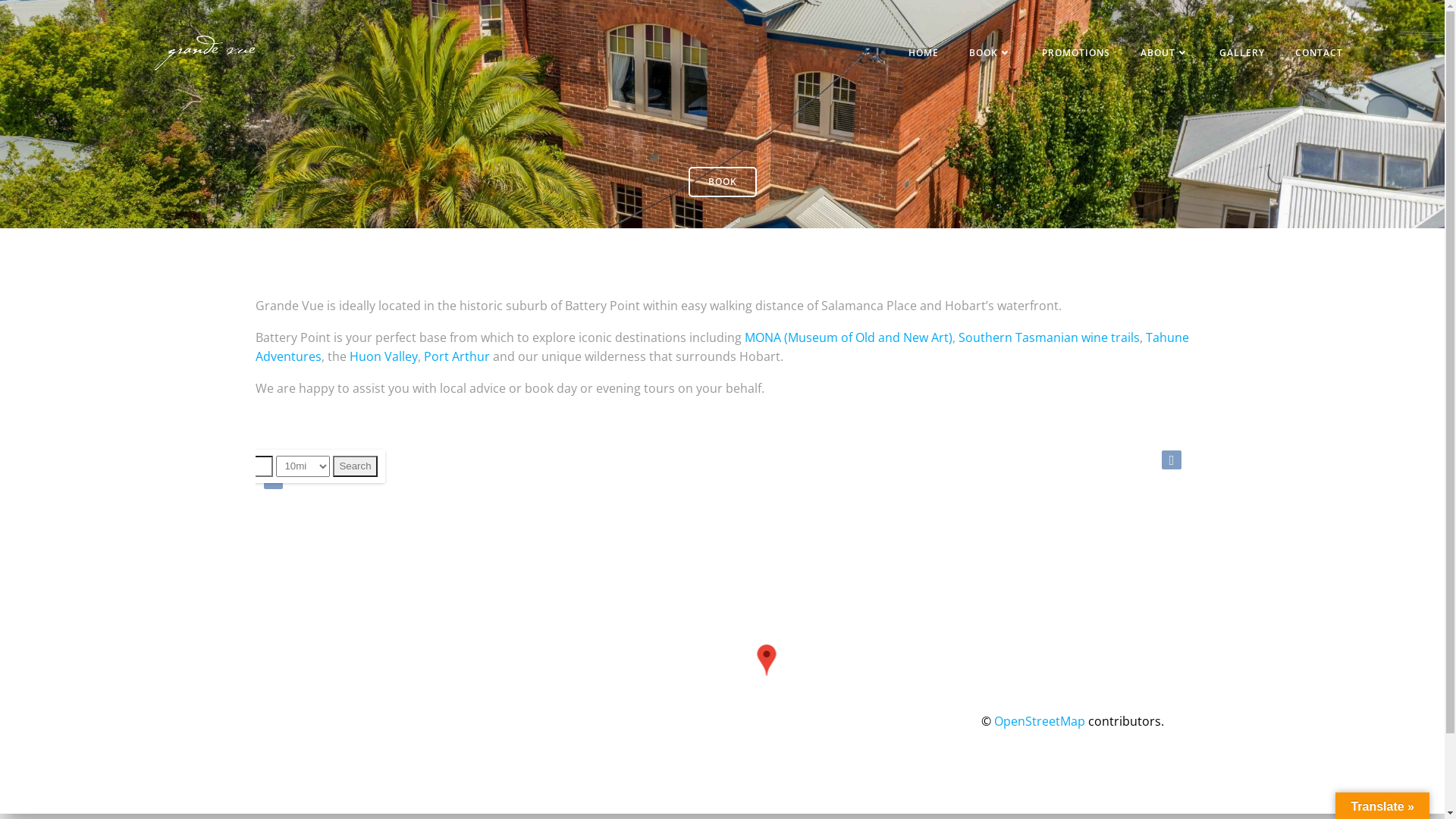 The width and height of the screenshot is (1456, 819). Describe the element at coordinates (1037, 720) in the screenshot. I see `'OpenStreetMap'` at that location.